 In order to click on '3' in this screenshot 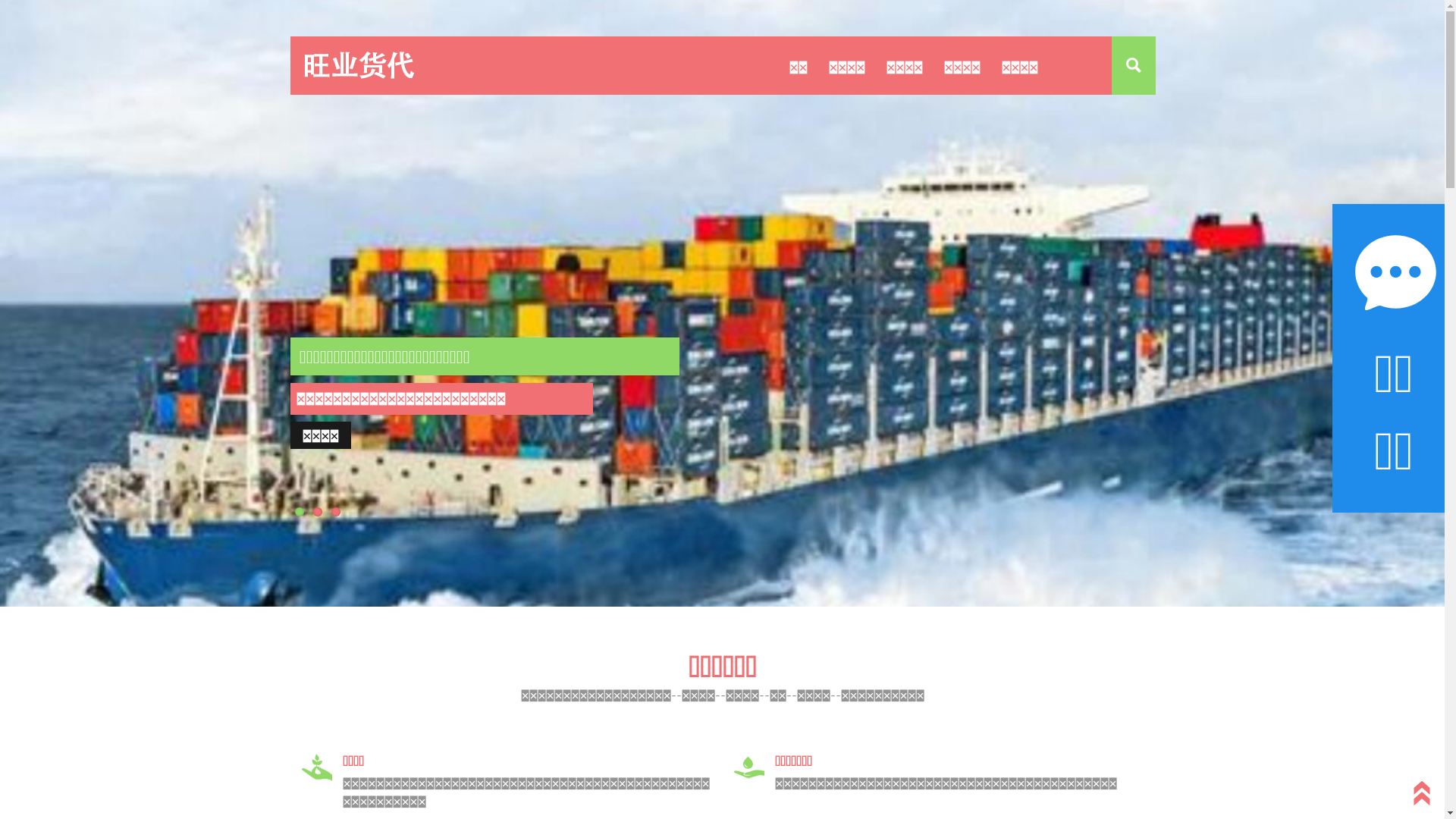, I will do `click(334, 512)`.